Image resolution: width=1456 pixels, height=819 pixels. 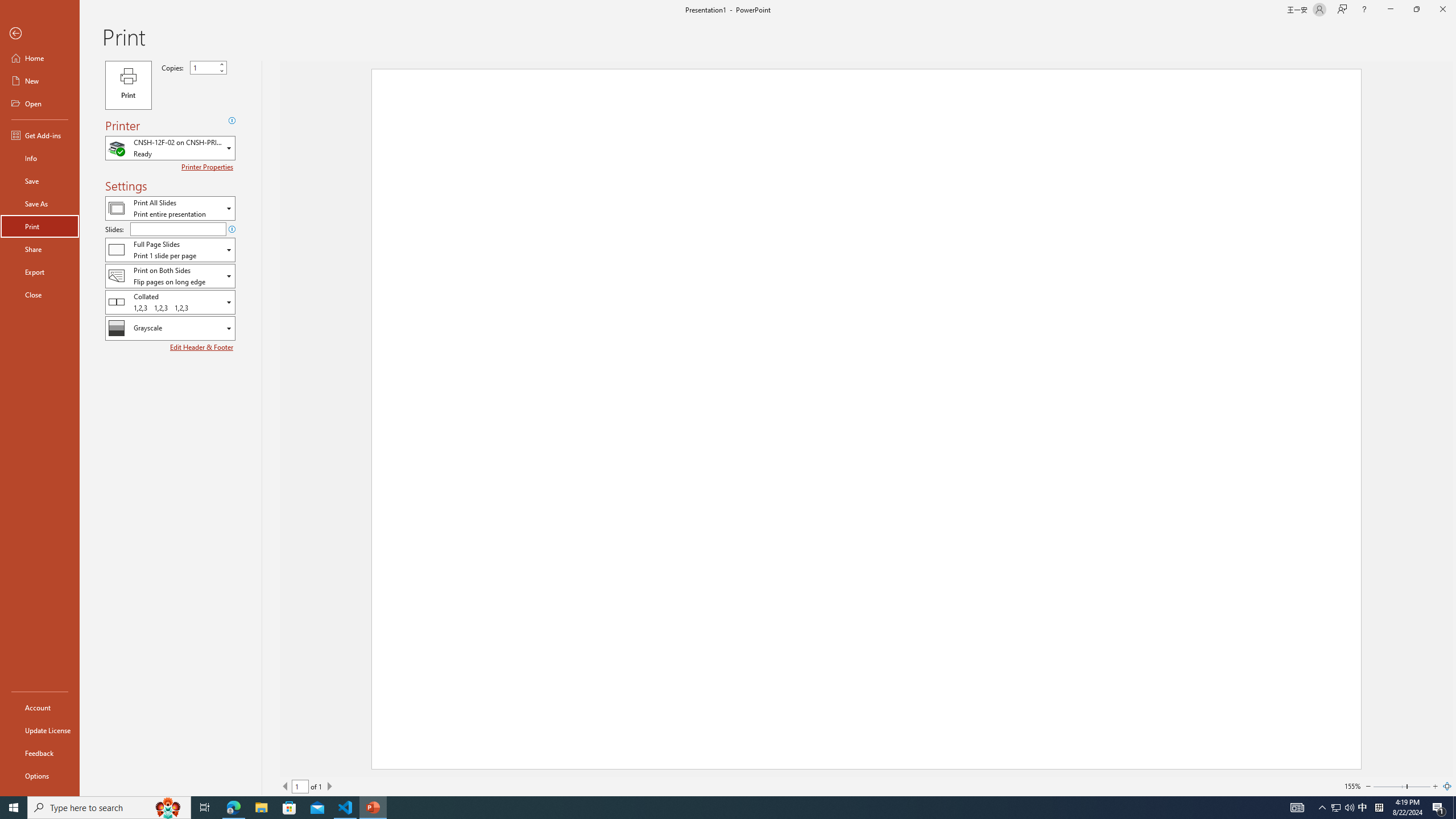 What do you see at coordinates (1389, 786) in the screenshot?
I see `'Page left'` at bounding box center [1389, 786].